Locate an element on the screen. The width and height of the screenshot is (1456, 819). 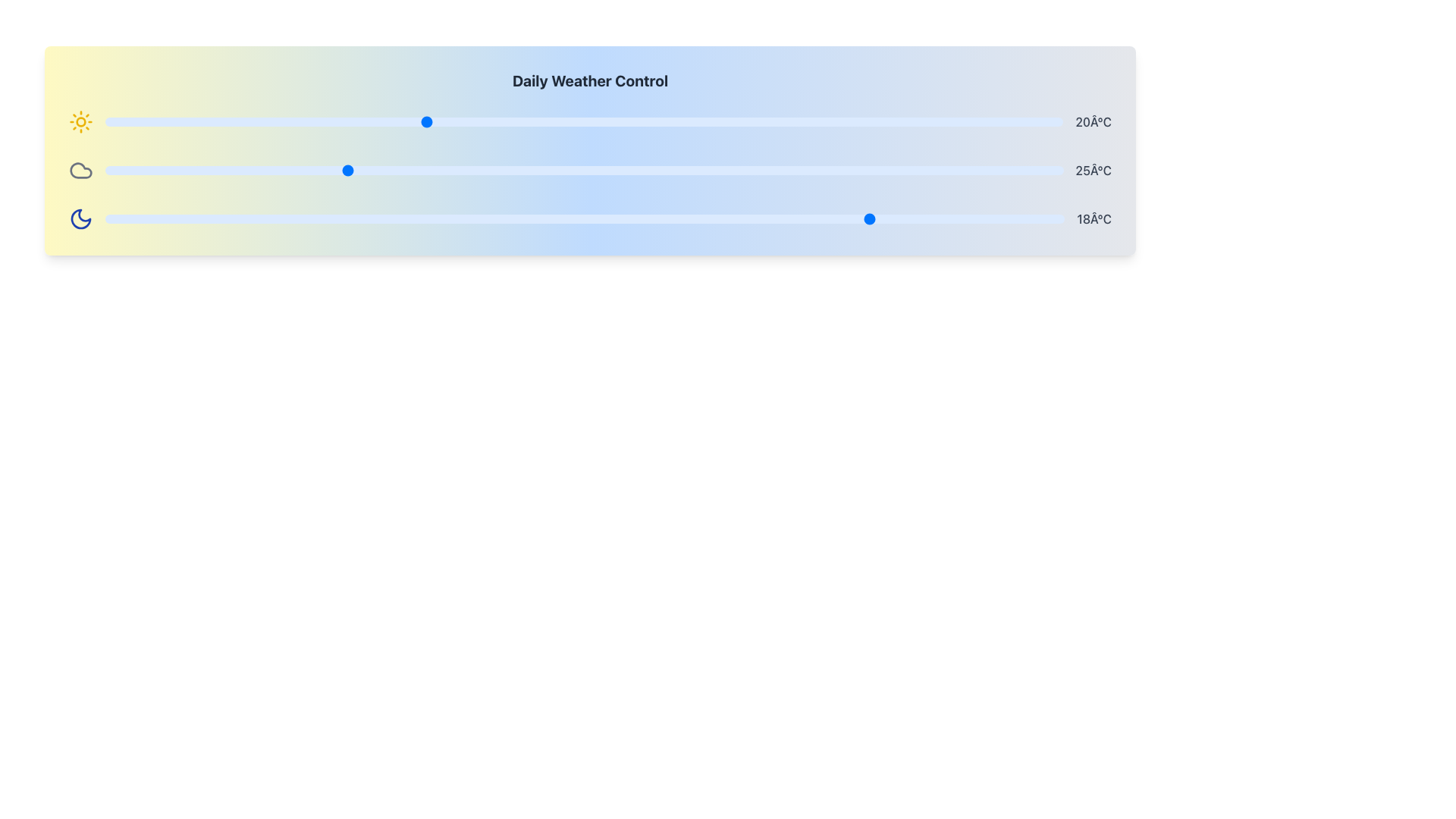
the slider value is located at coordinates (440, 170).